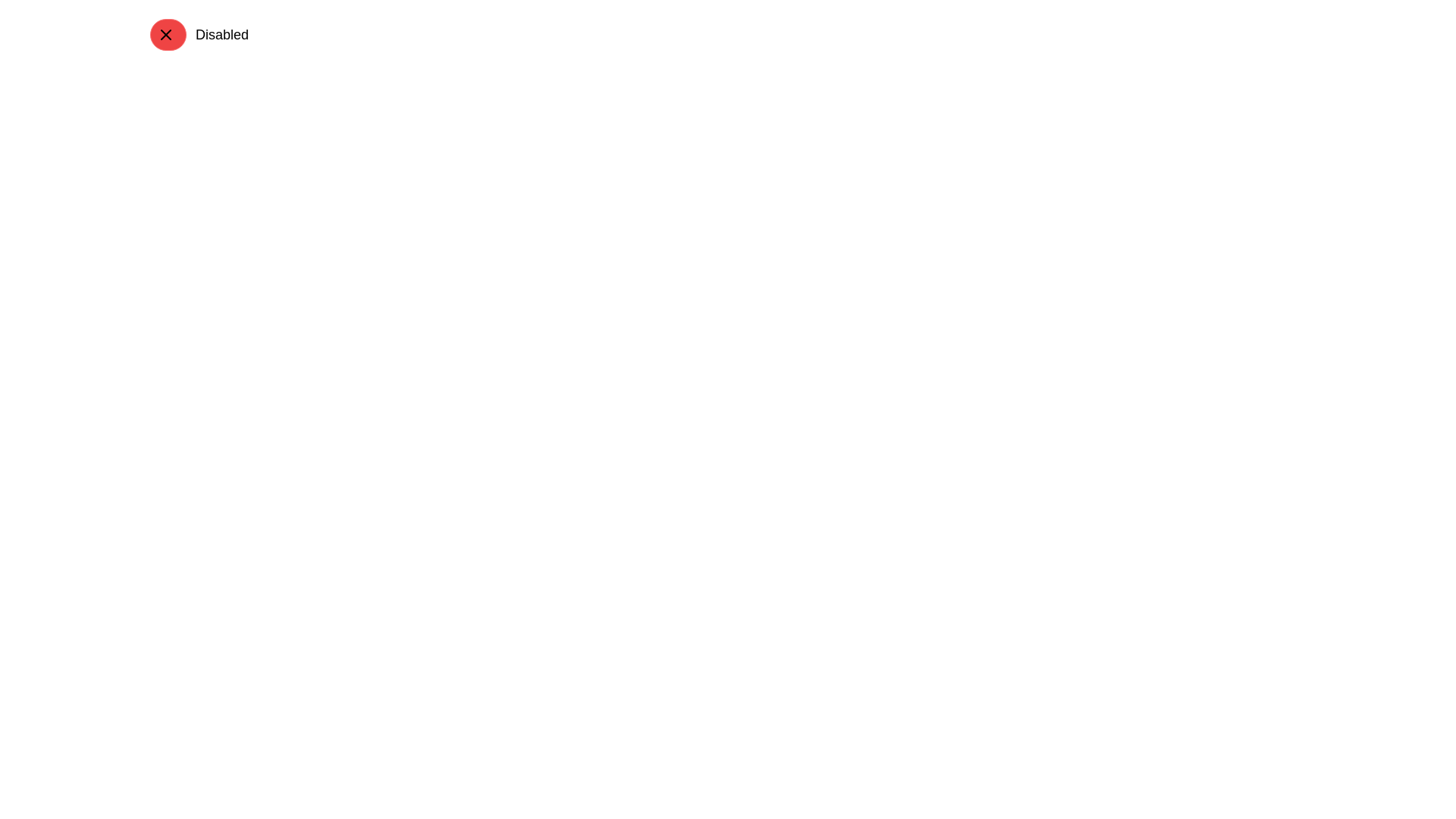  I want to click on the text label displaying 'Disabled', which is styled in bold black font and positioned next to a red circular icon with an 'X', so click(221, 34).